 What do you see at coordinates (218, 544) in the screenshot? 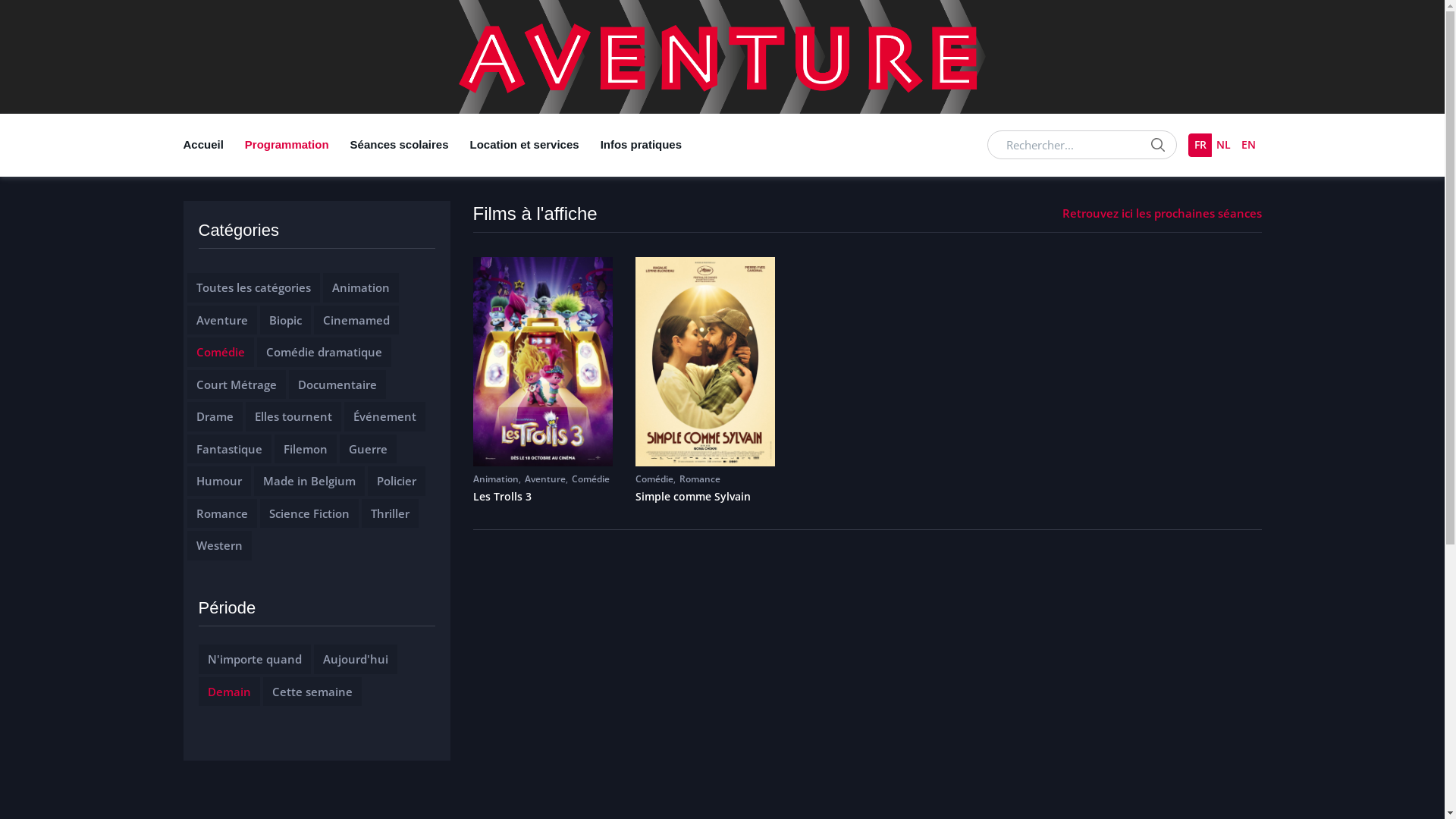
I see `'Western'` at bounding box center [218, 544].